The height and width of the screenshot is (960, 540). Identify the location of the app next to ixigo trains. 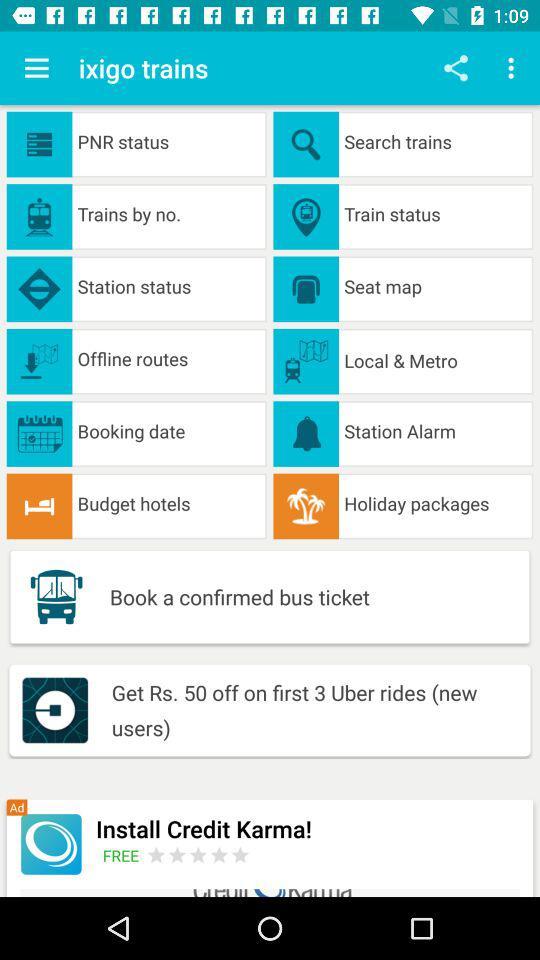
(36, 68).